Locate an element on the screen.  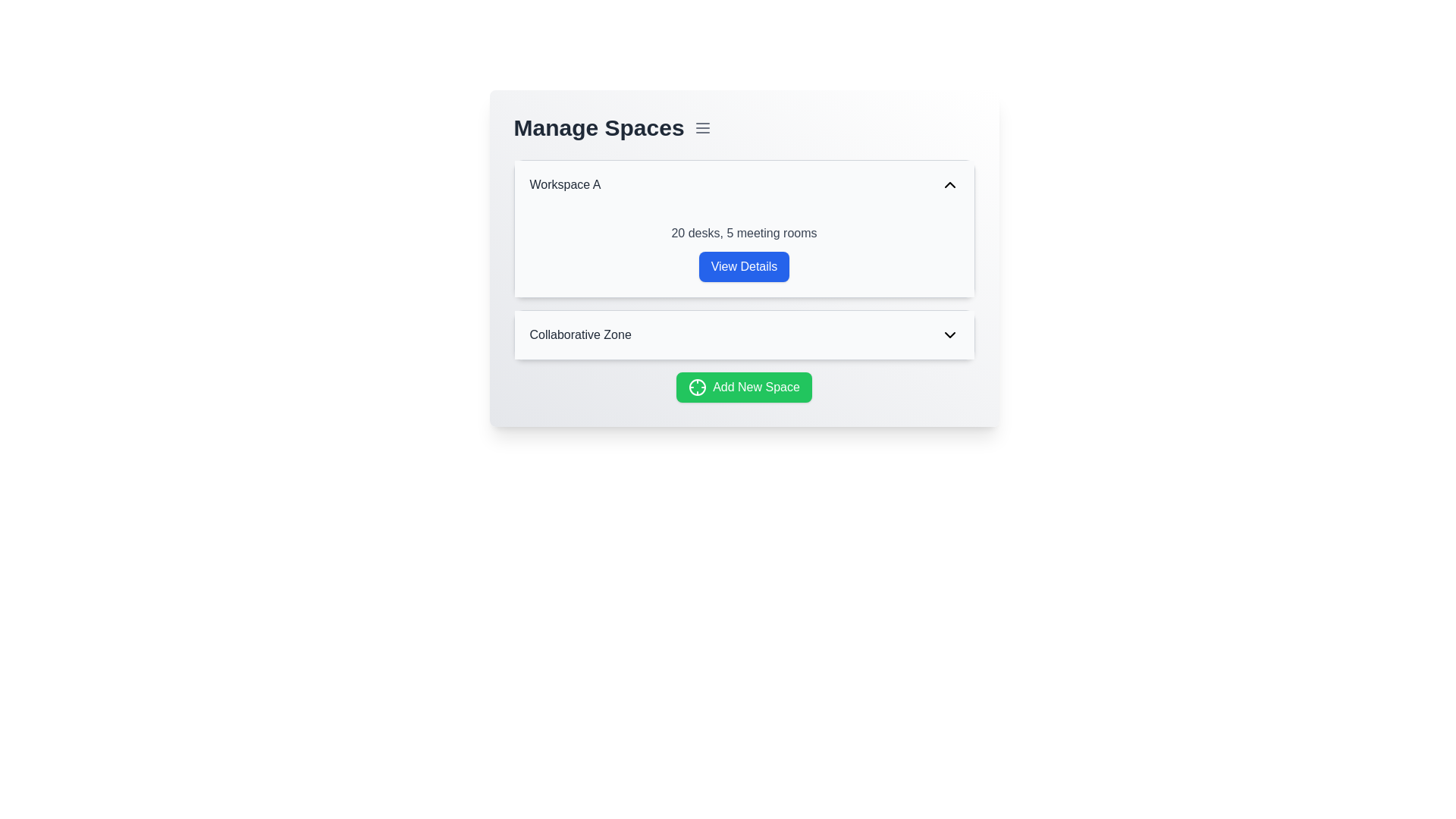
the downward-facing chevron icon on the right side of the 'Collaborative Zone' button is located at coordinates (949, 334).